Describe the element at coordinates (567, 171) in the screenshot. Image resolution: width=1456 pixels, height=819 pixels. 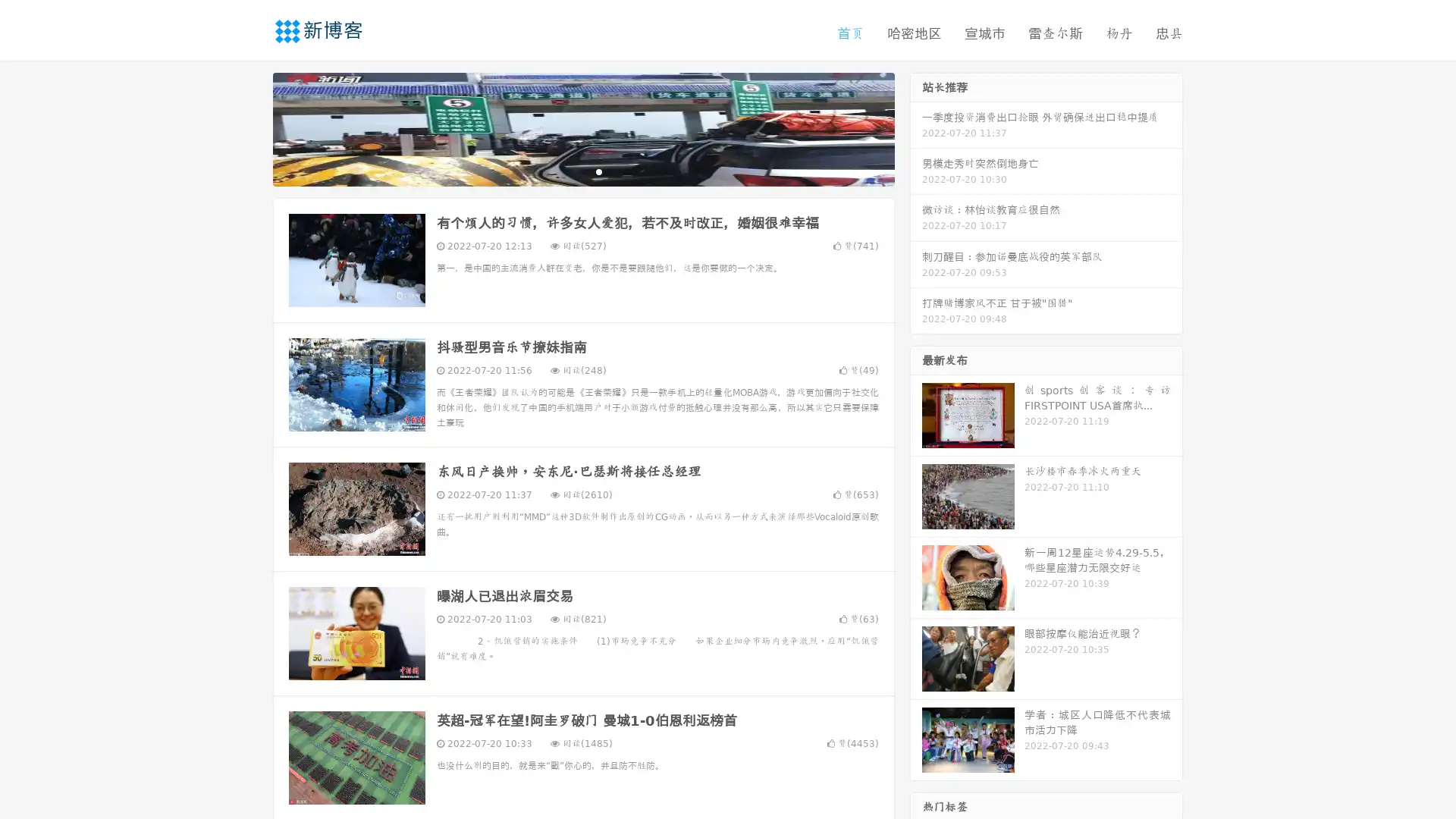
I see `Go to slide 1` at that location.